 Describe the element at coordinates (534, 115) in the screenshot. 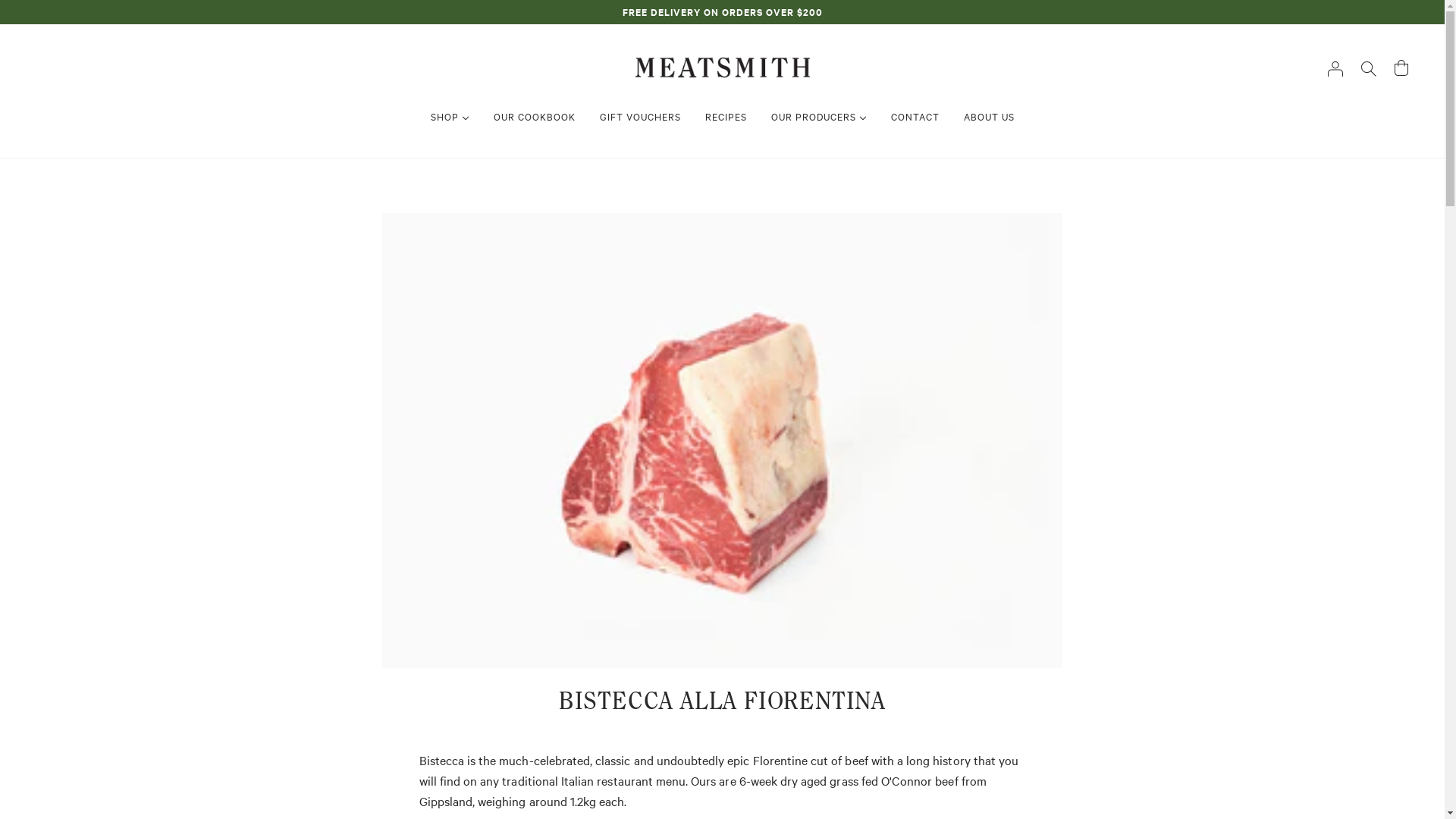

I see `'OUR COOKBOOK'` at that location.